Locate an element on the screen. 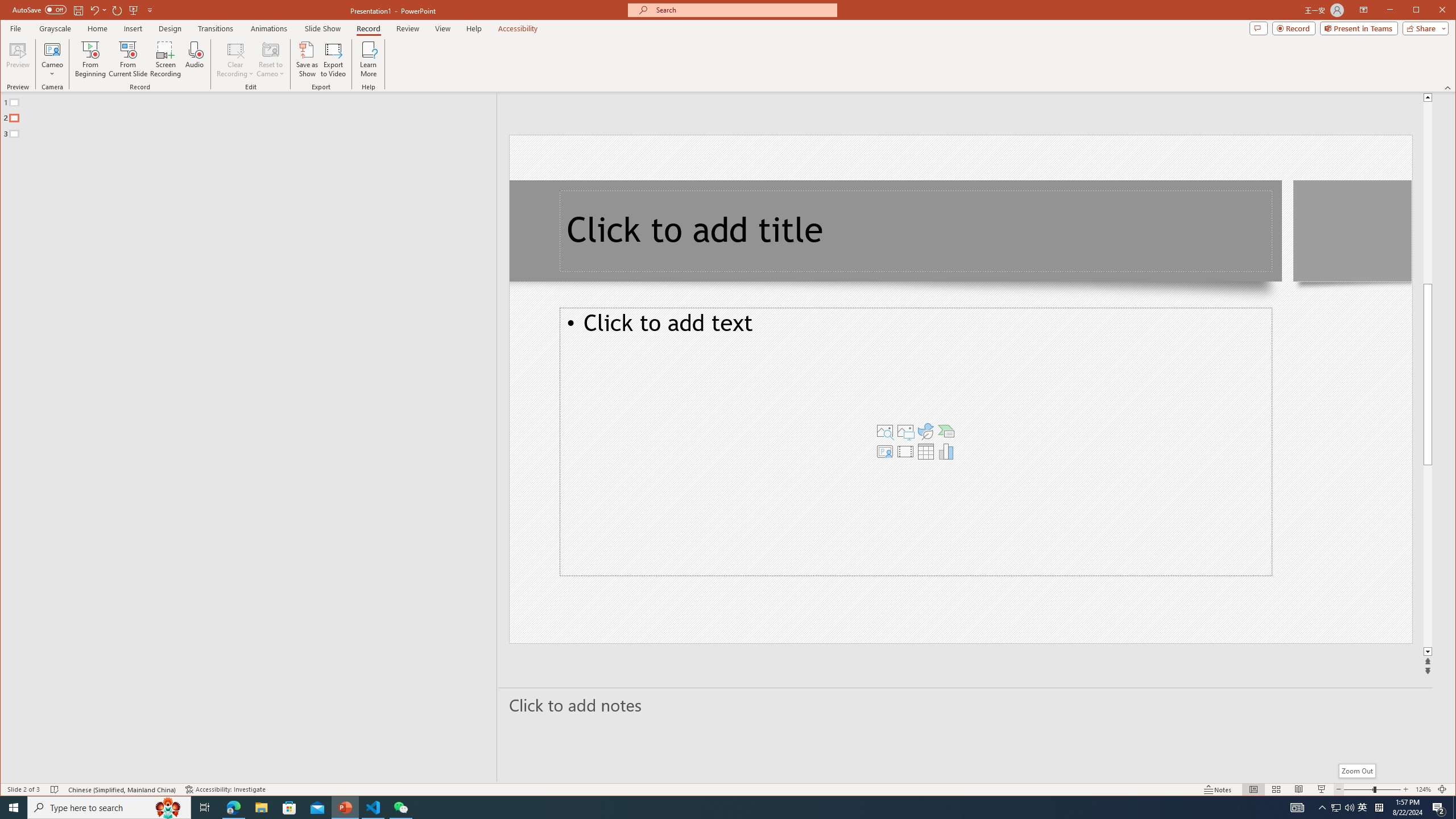  'Export to Video' is located at coordinates (334, 59).